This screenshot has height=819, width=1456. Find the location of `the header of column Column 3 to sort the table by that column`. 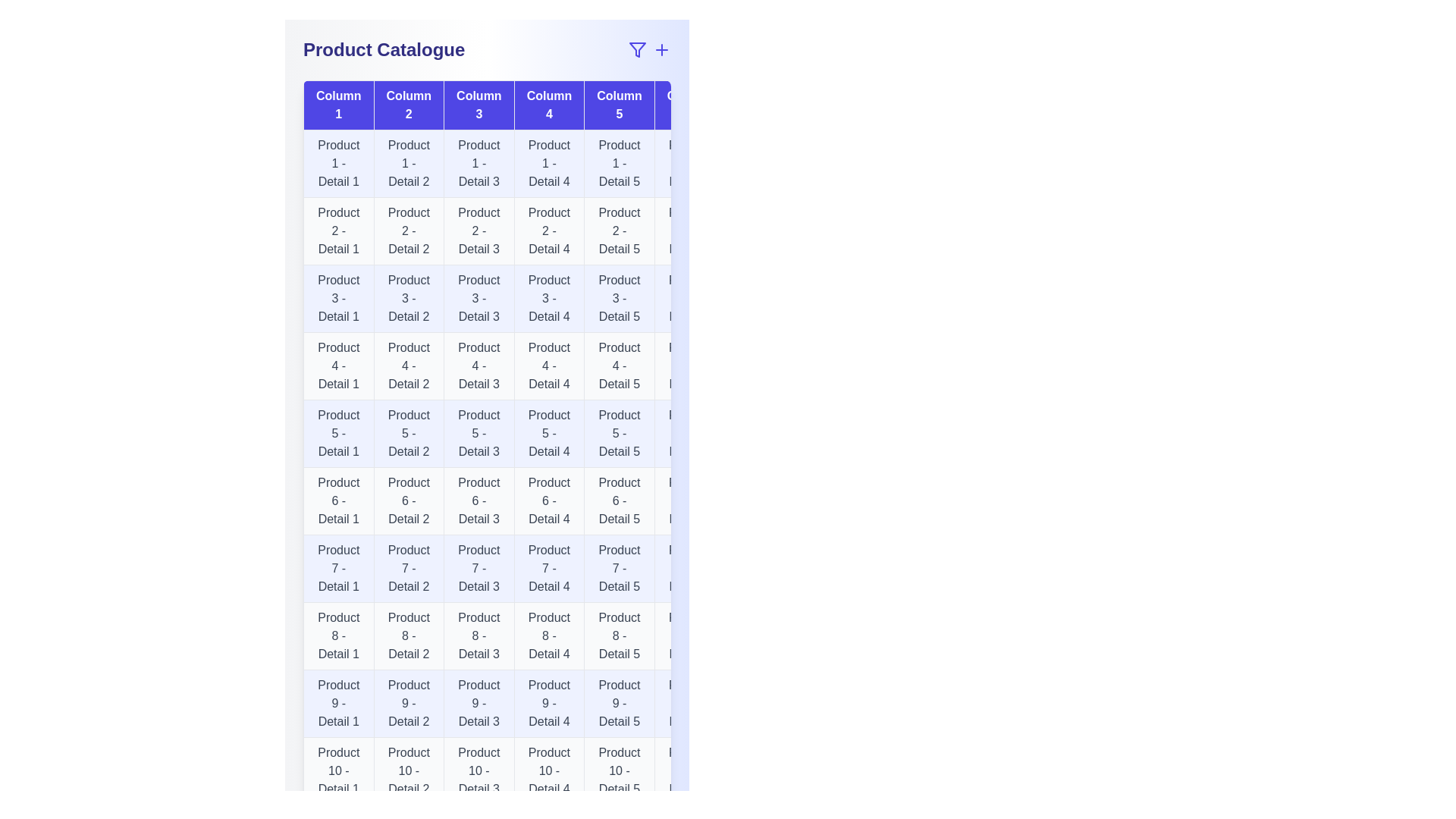

the header of column Column 3 to sort the table by that column is located at coordinates (478, 104).